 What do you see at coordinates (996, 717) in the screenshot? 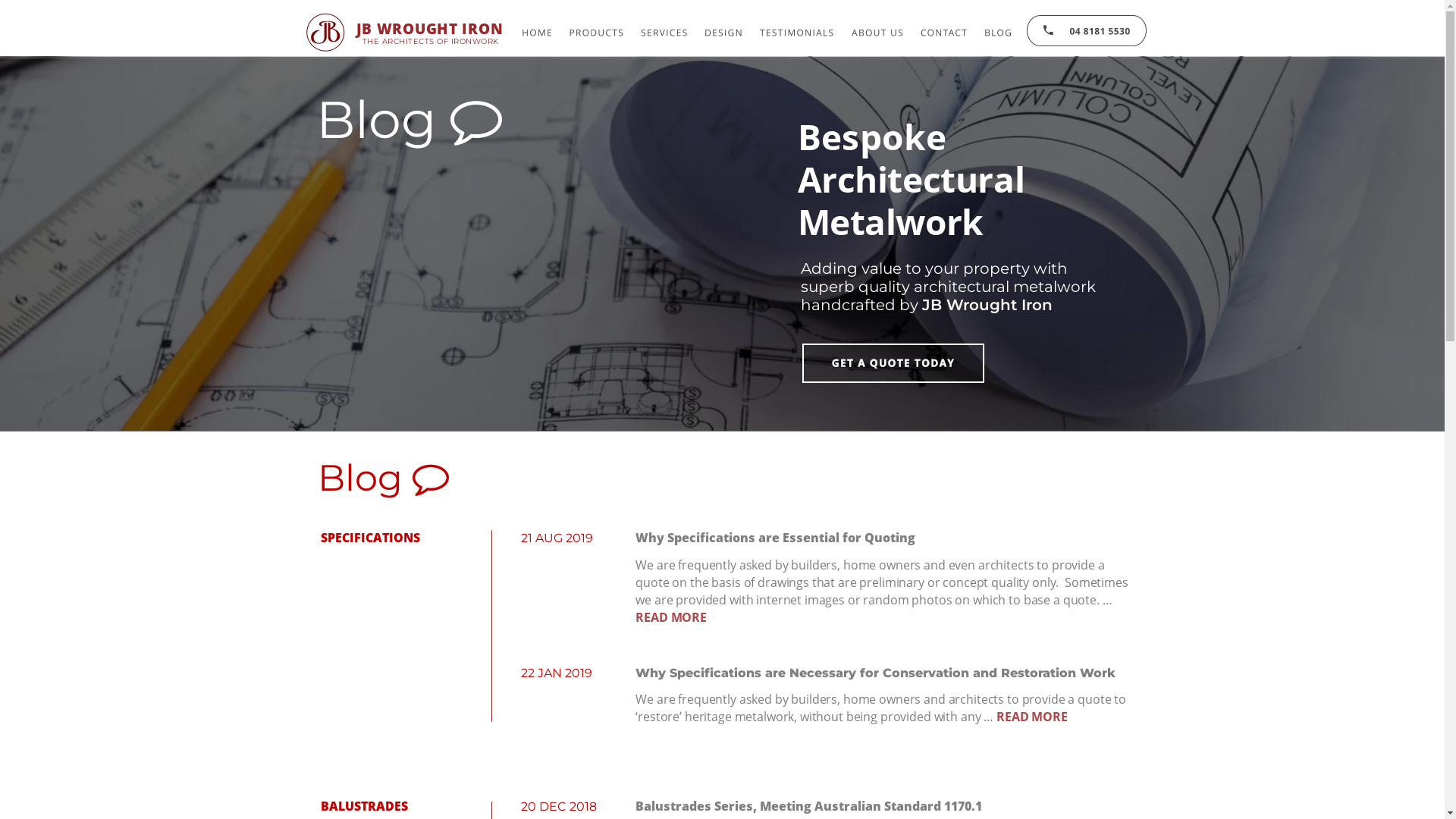
I see `'READ MORE'` at bounding box center [996, 717].